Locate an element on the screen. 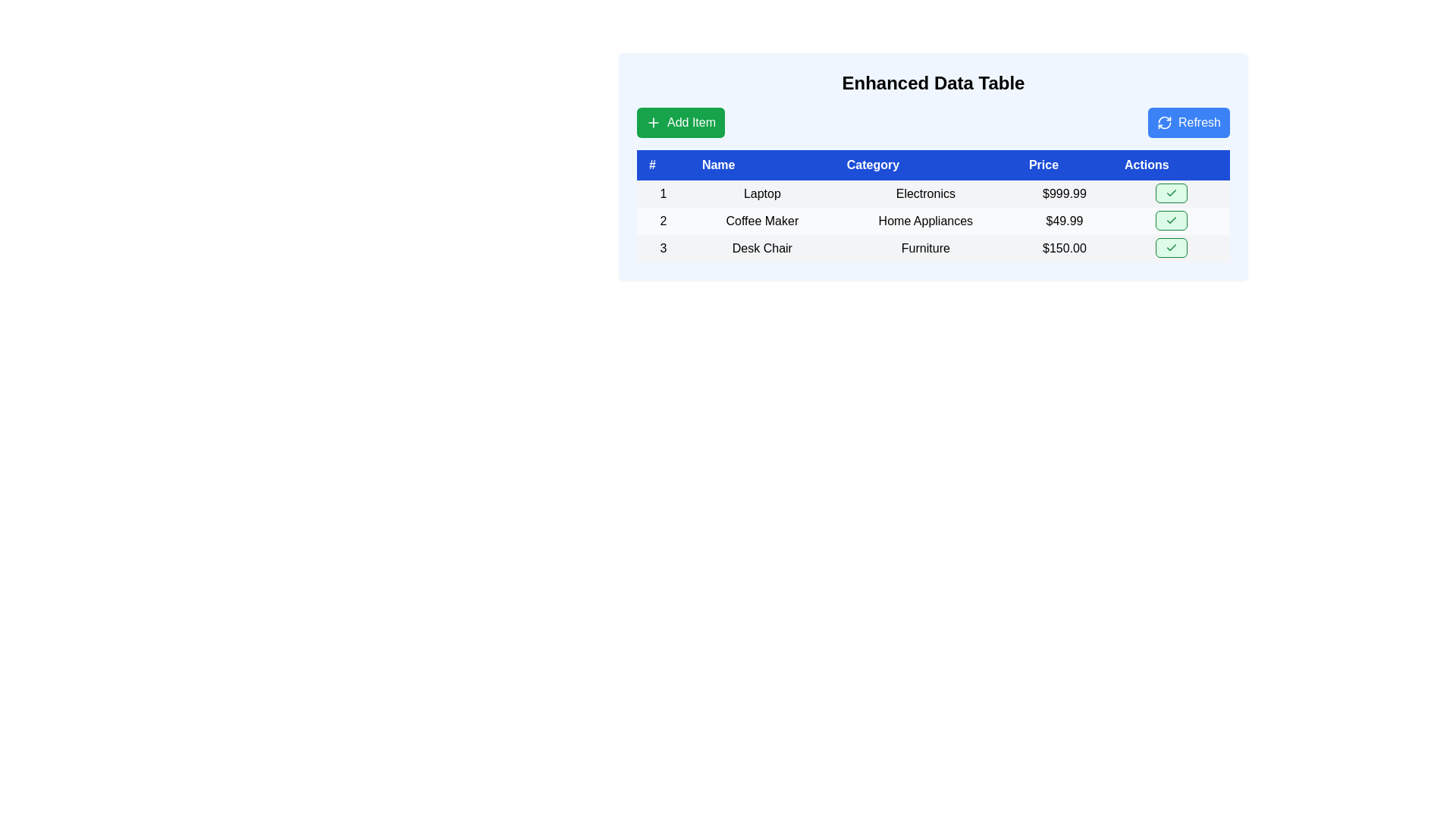 The image size is (1456, 819). the table cell displaying the ordinal number '1', which is located is located at coordinates (663, 193).